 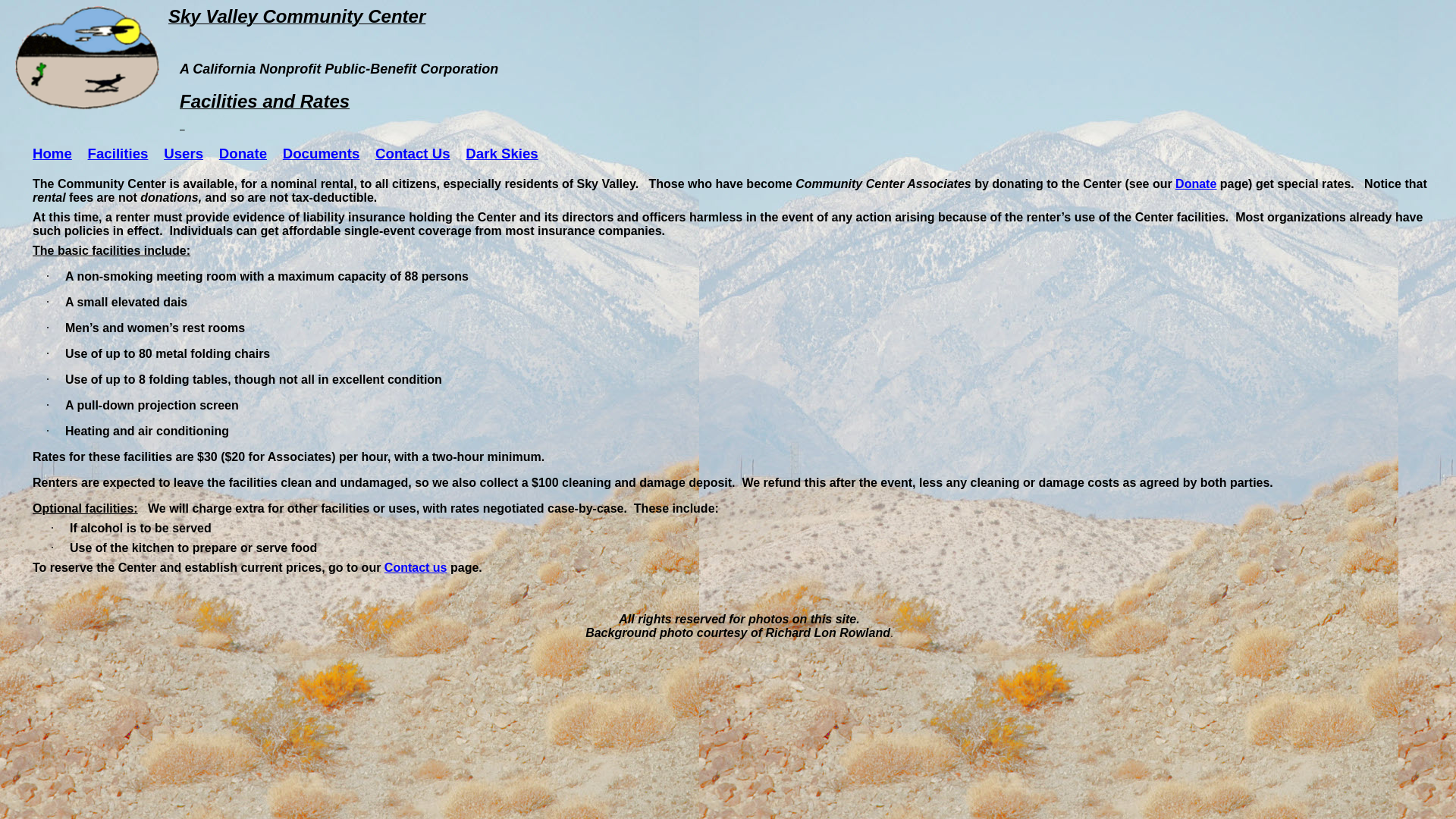 What do you see at coordinates (33, 153) in the screenshot?
I see `'Home'` at bounding box center [33, 153].